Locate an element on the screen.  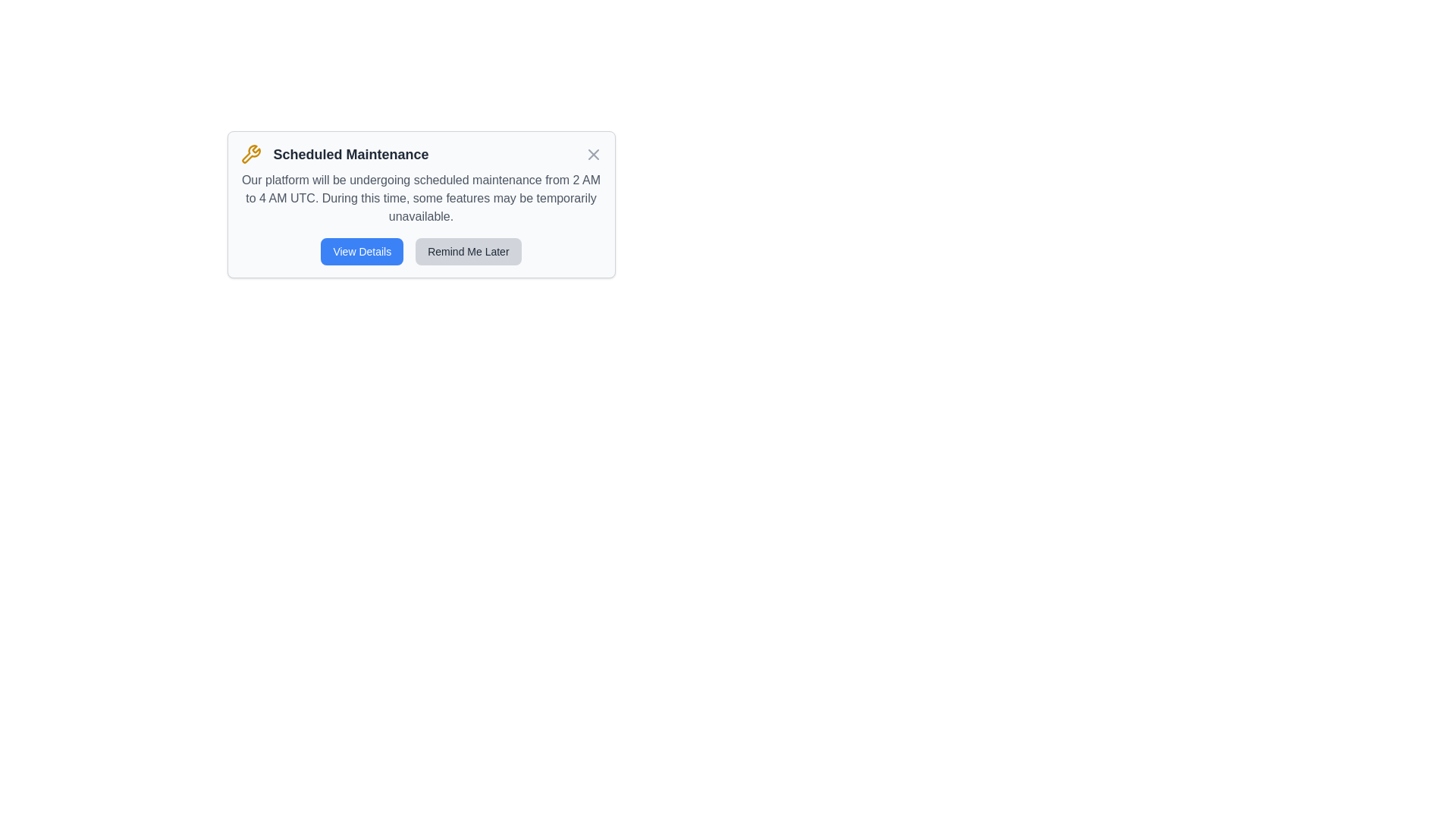
the 'View Details' button to view more information is located at coordinates (361, 250).